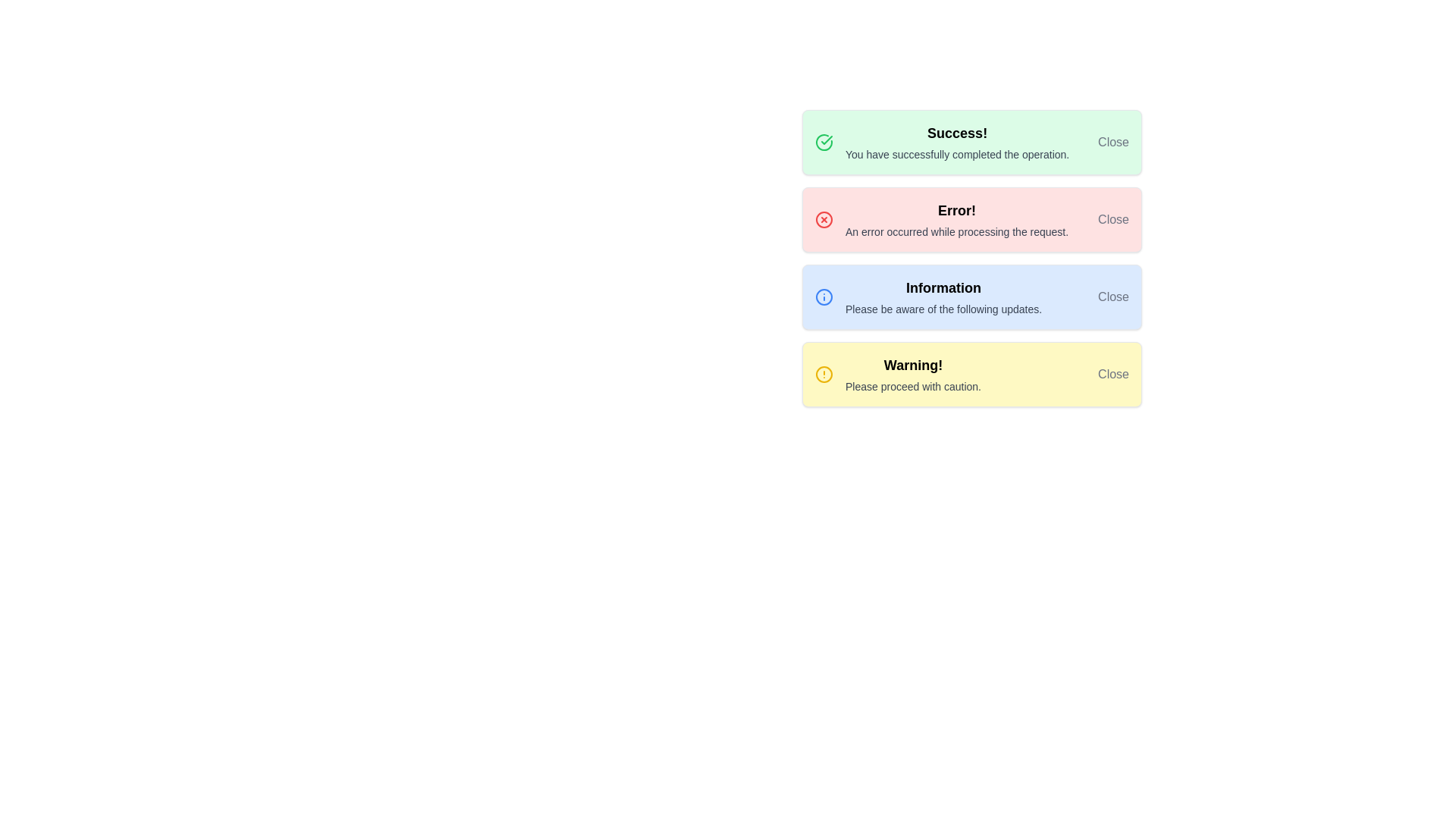  I want to click on the prominently styled text label reading 'Information', which is bold and large, located at the top of the blue notification card in the third notification section, so click(943, 288).